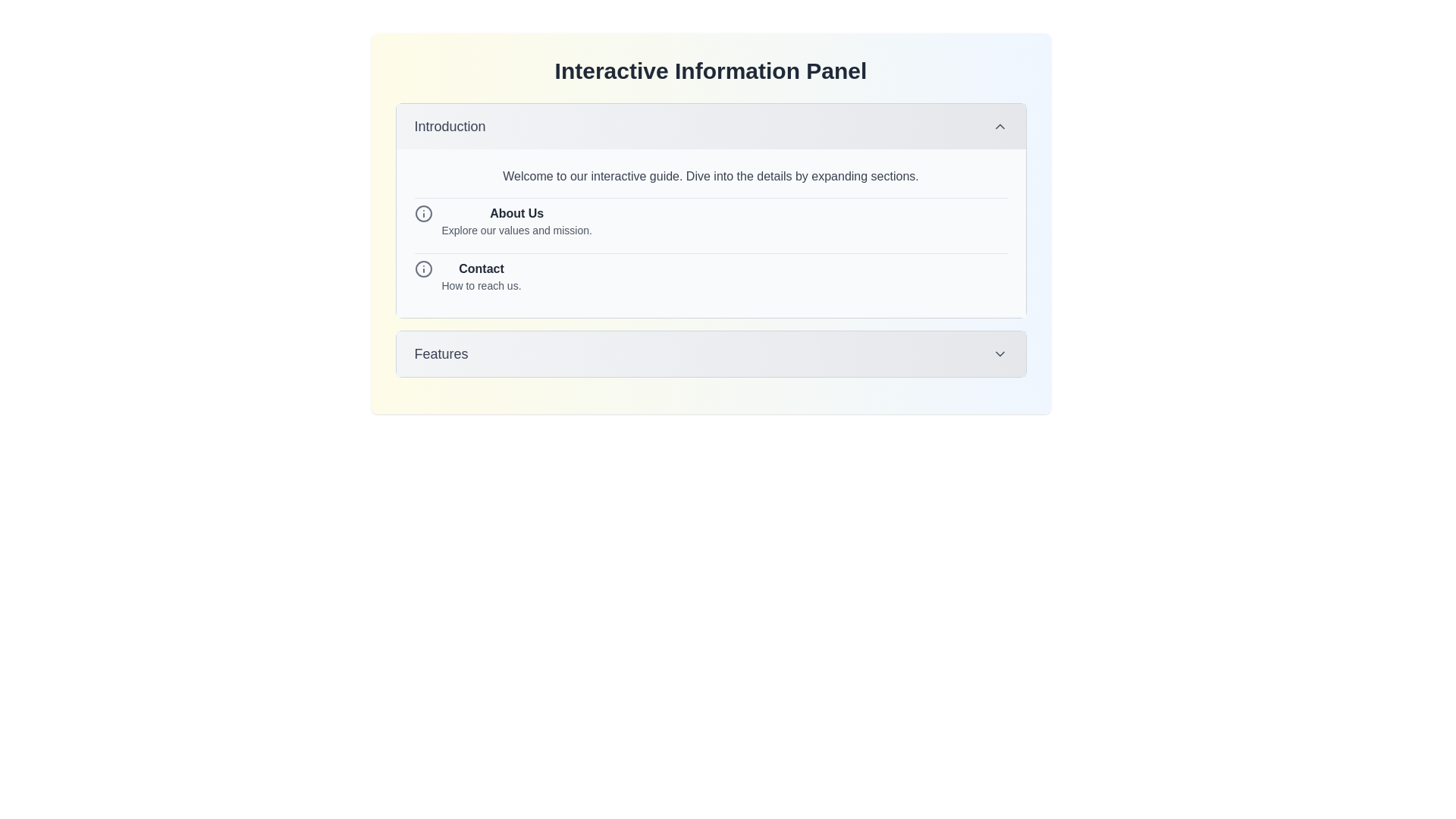 Image resolution: width=1456 pixels, height=819 pixels. What do you see at coordinates (480, 268) in the screenshot?
I see `the text label displaying 'Contact' in bold, dark gray font located under the 'Introduction' section, above the description 'How to reach us'` at bounding box center [480, 268].